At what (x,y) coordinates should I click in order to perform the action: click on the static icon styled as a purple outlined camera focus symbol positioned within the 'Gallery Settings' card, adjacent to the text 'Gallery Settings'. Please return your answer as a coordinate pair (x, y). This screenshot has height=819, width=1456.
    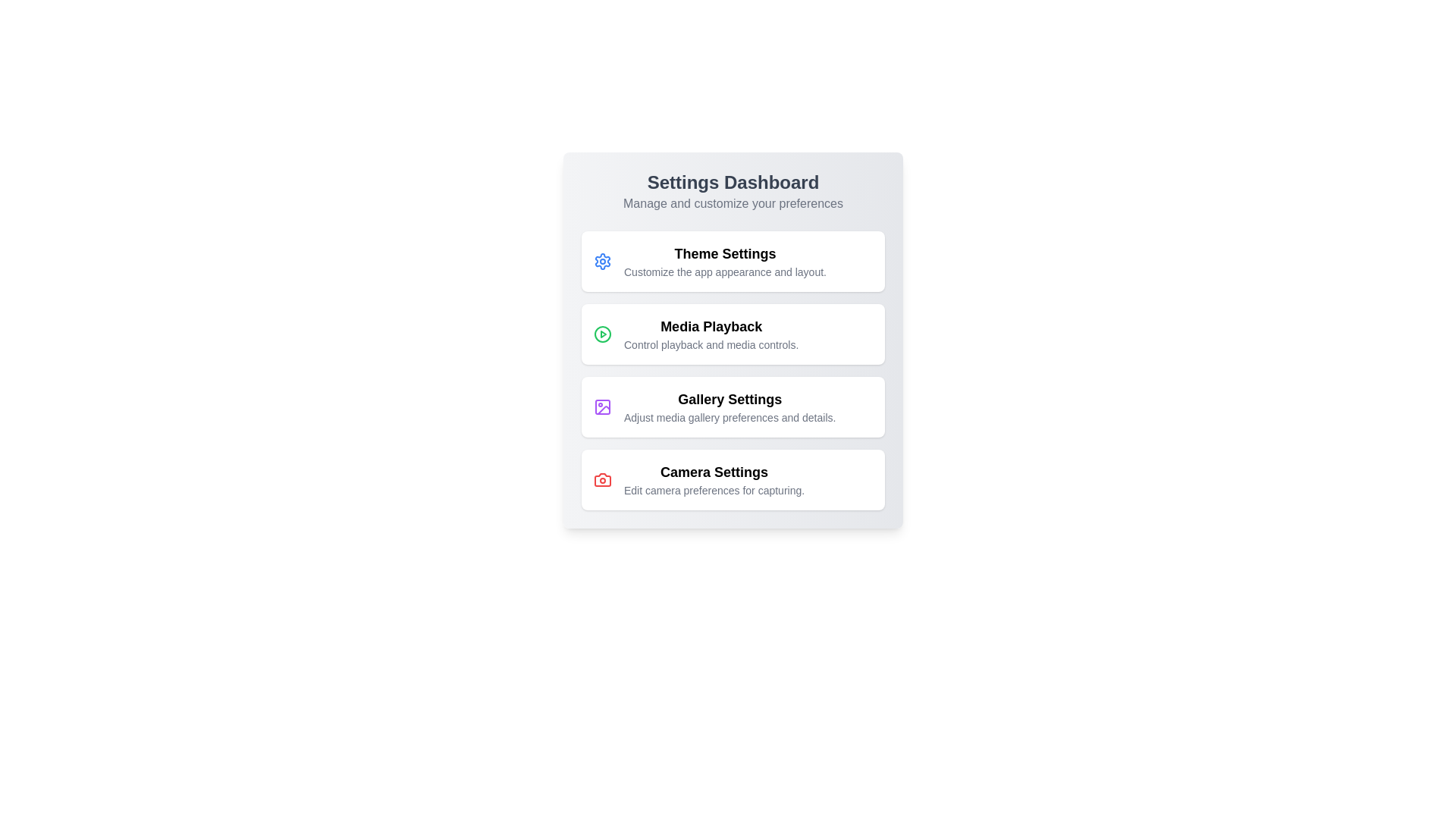
    Looking at the image, I should click on (602, 406).